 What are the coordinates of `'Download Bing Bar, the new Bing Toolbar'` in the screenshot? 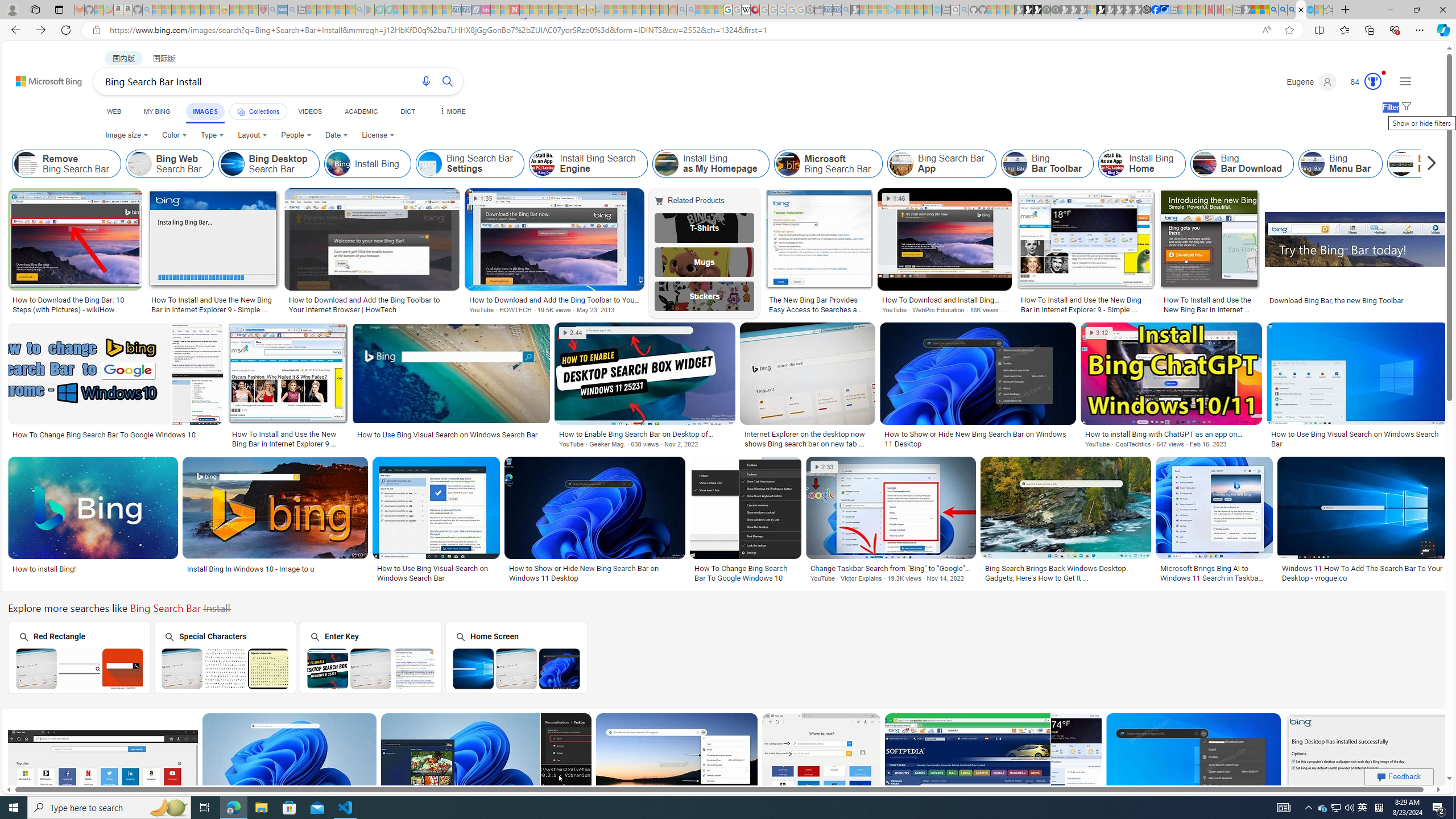 It's located at (1356, 299).